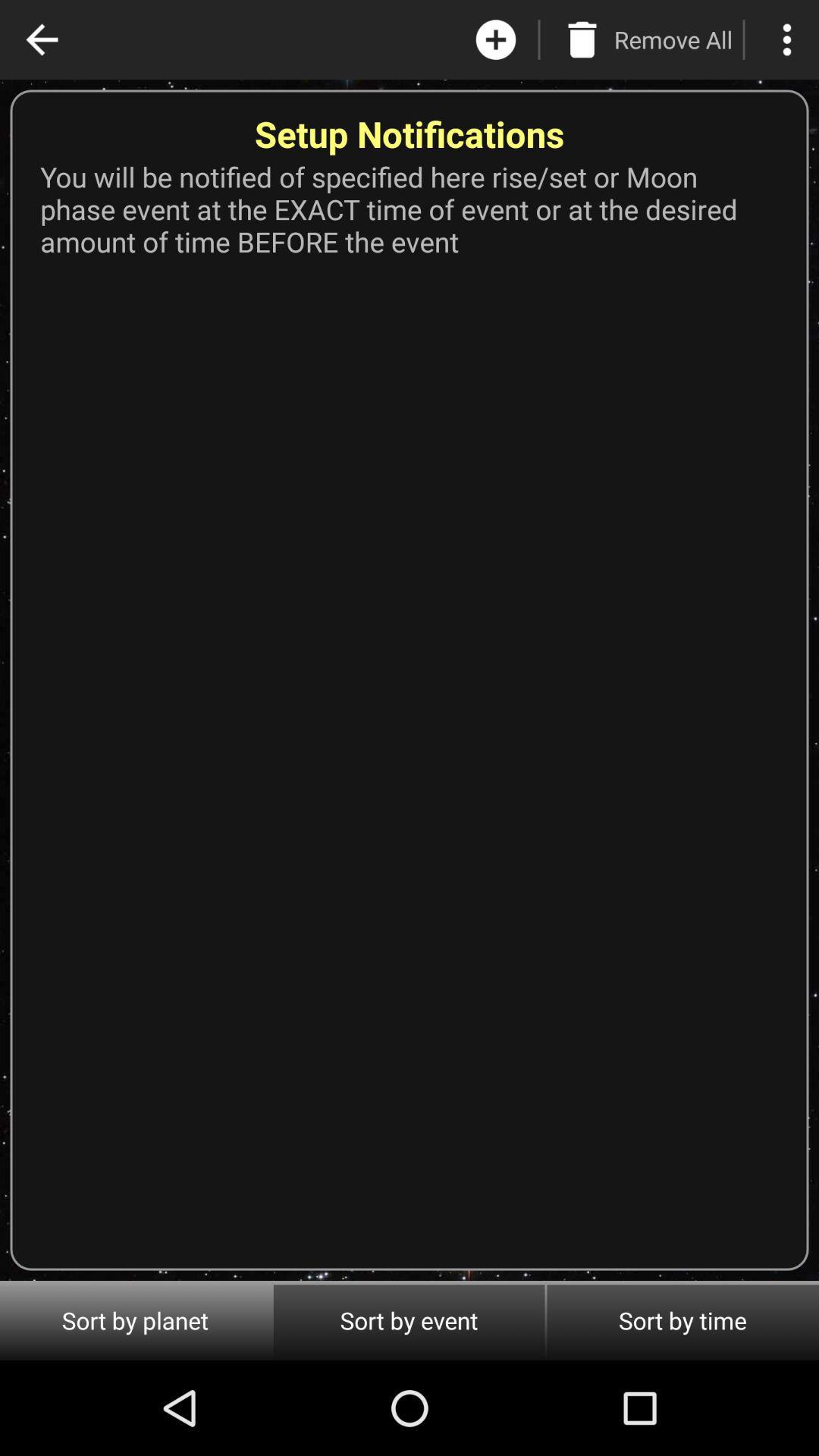  What do you see at coordinates (581, 39) in the screenshot?
I see `remove` at bounding box center [581, 39].